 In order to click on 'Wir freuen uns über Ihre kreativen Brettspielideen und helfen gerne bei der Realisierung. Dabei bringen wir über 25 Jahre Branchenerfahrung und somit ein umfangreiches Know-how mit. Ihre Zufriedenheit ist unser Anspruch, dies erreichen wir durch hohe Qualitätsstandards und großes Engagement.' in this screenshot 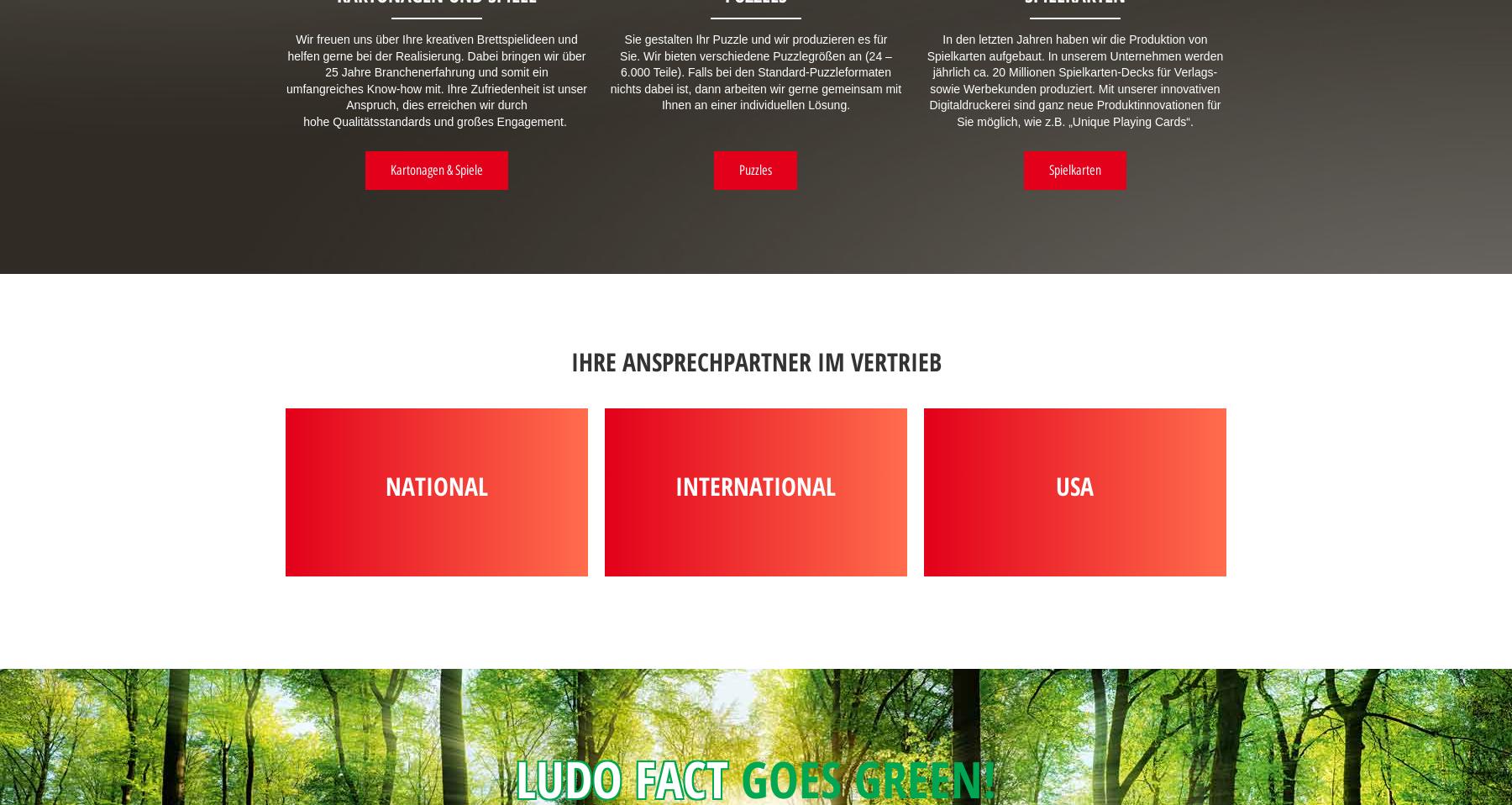, I will do `click(435, 80)`.